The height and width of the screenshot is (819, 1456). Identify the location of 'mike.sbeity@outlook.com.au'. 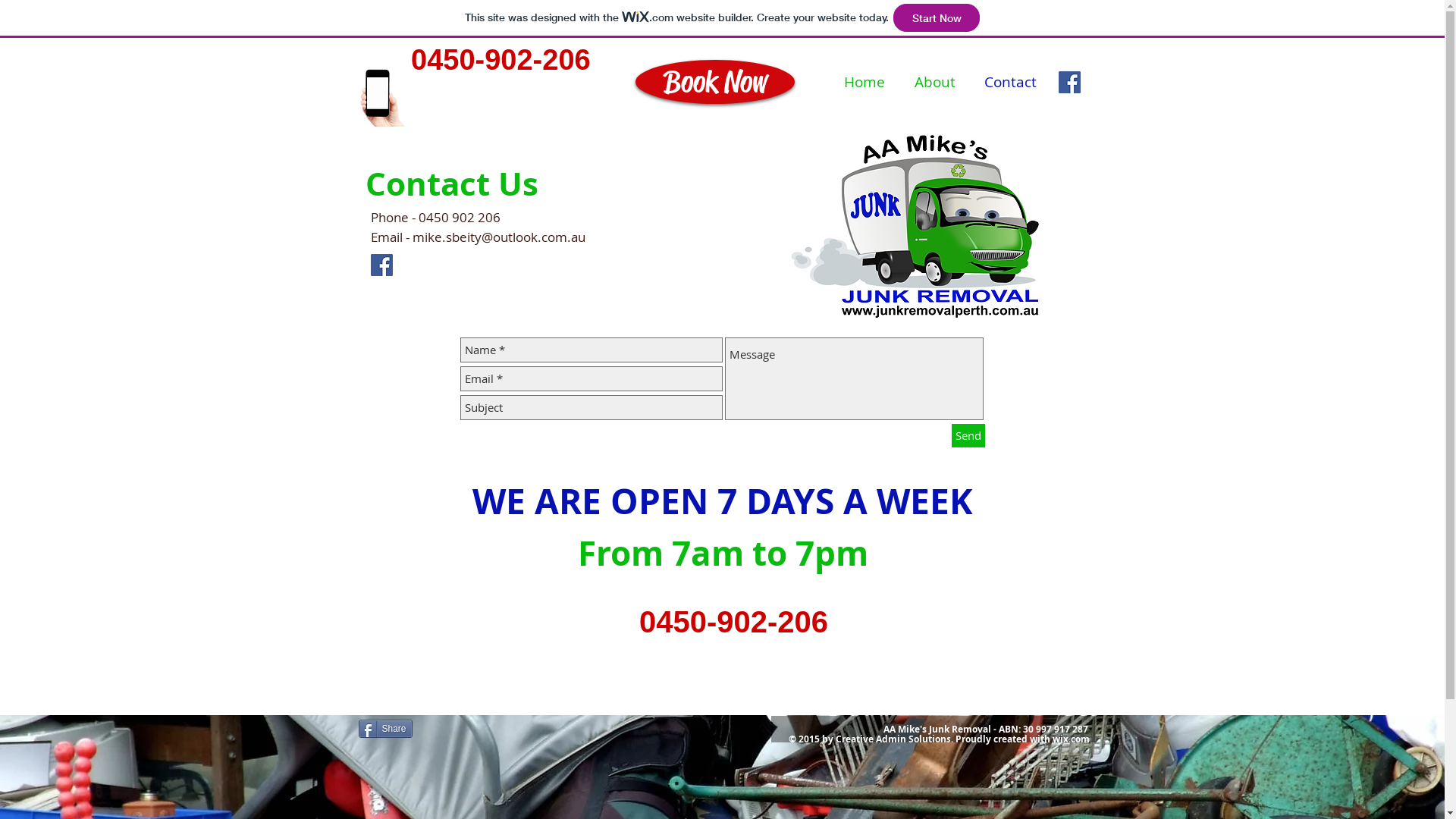
(498, 237).